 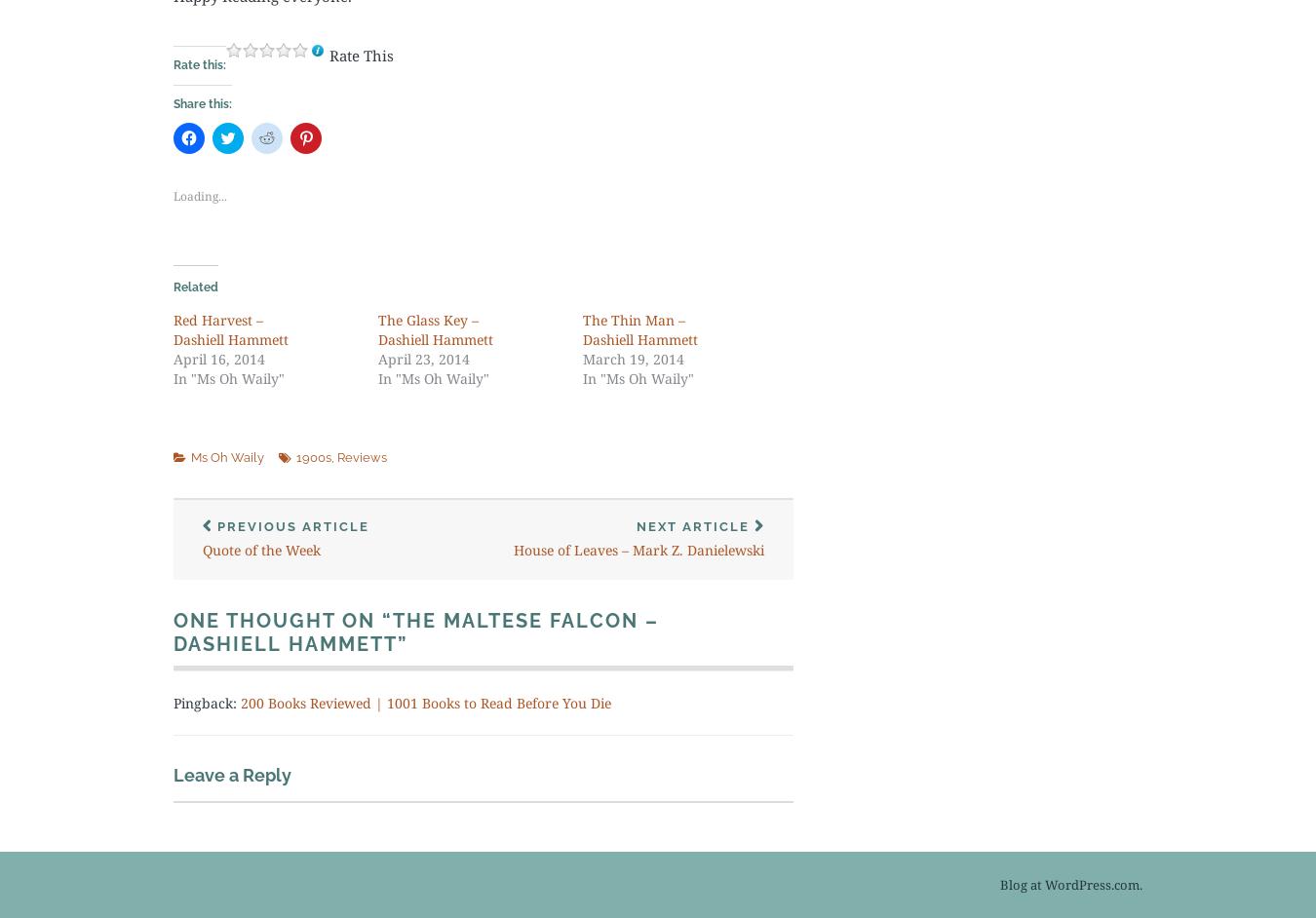 I want to click on 'Reviews', so click(x=362, y=455).